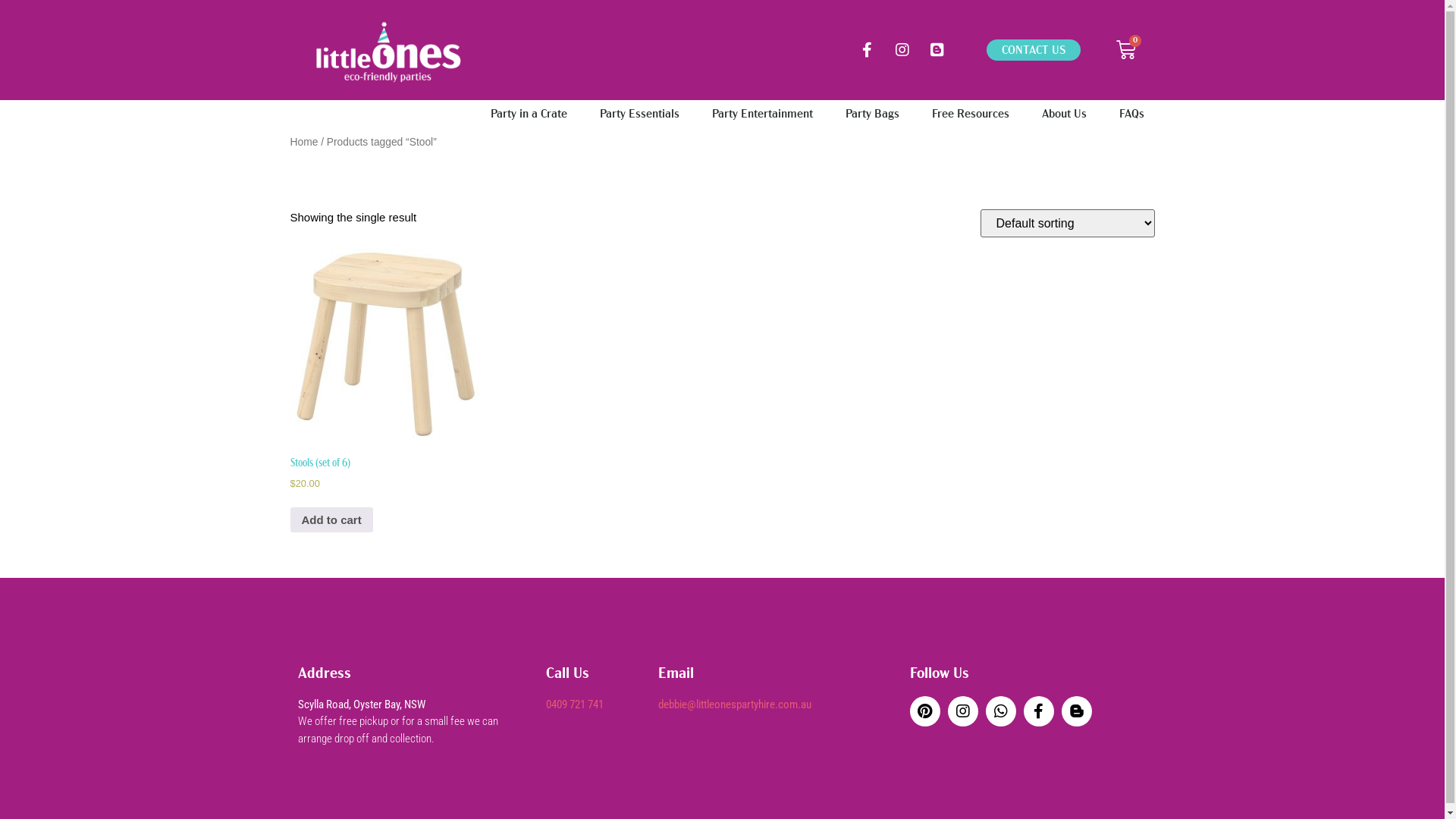  What do you see at coordinates (330, 519) in the screenshot?
I see `'Add to cart'` at bounding box center [330, 519].